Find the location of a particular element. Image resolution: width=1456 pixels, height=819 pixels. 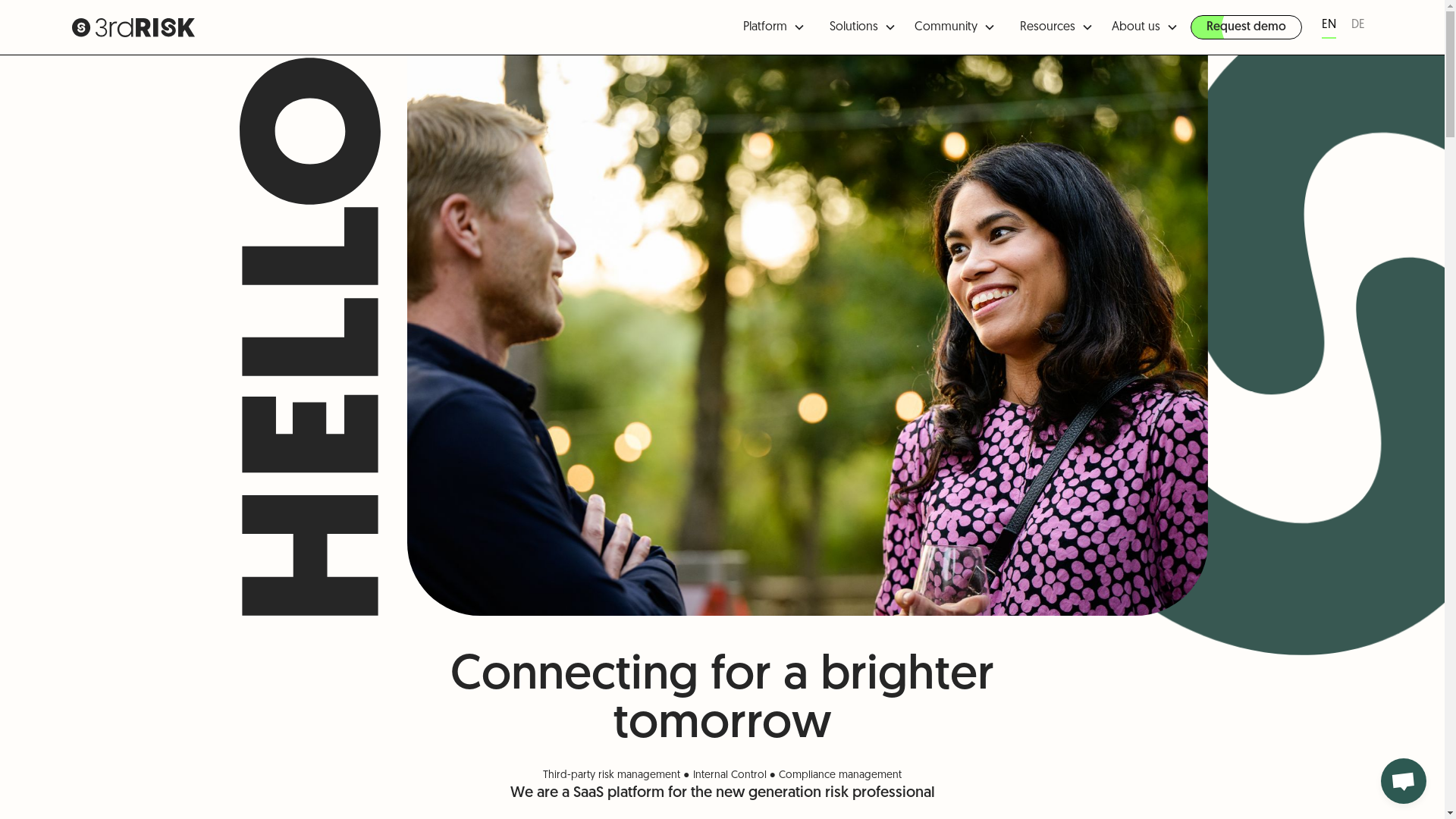

'Request demo' is located at coordinates (1246, 27).